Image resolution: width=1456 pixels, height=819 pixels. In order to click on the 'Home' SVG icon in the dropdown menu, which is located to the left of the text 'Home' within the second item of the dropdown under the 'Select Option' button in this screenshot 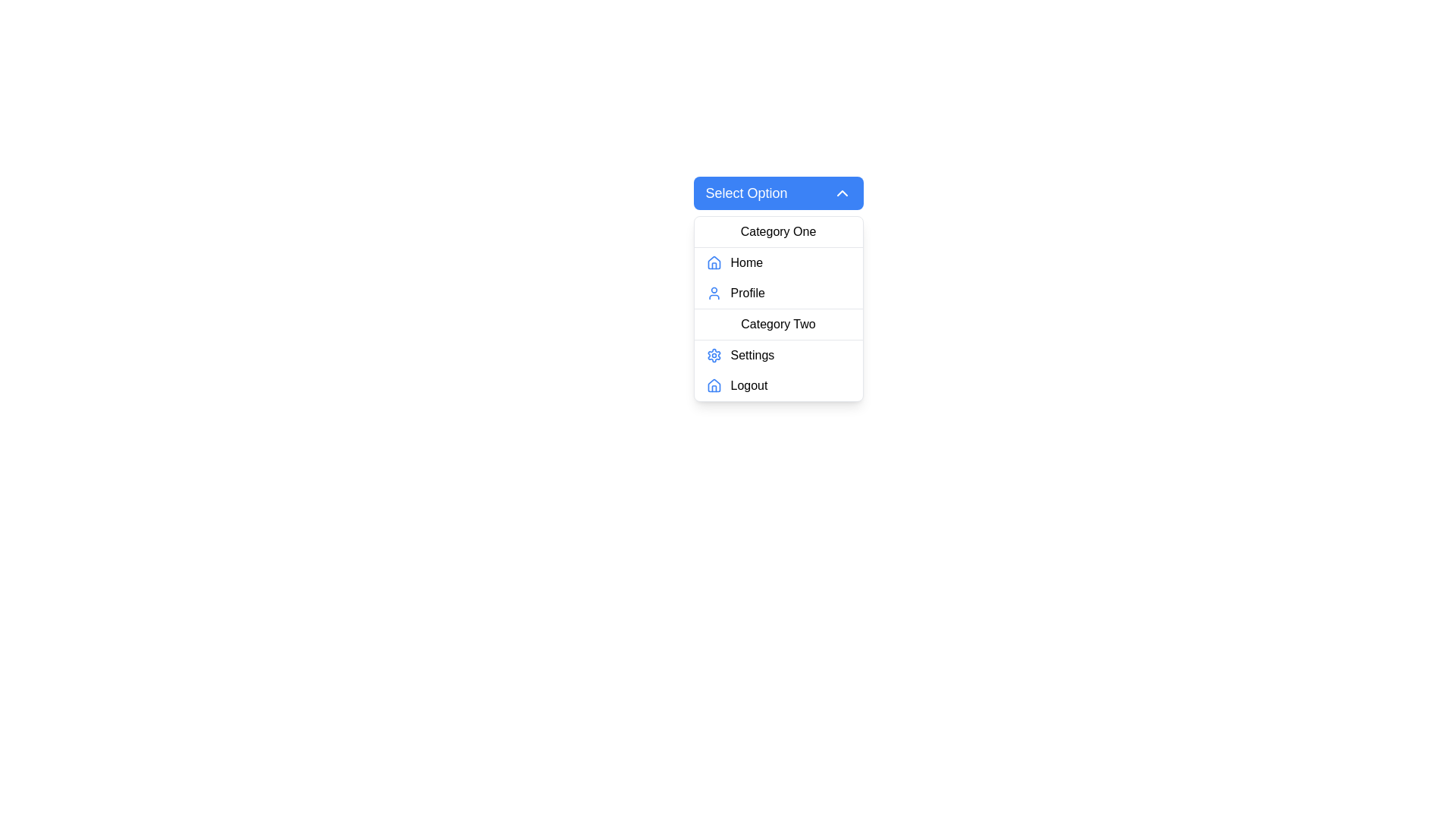, I will do `click(713, 262)`.